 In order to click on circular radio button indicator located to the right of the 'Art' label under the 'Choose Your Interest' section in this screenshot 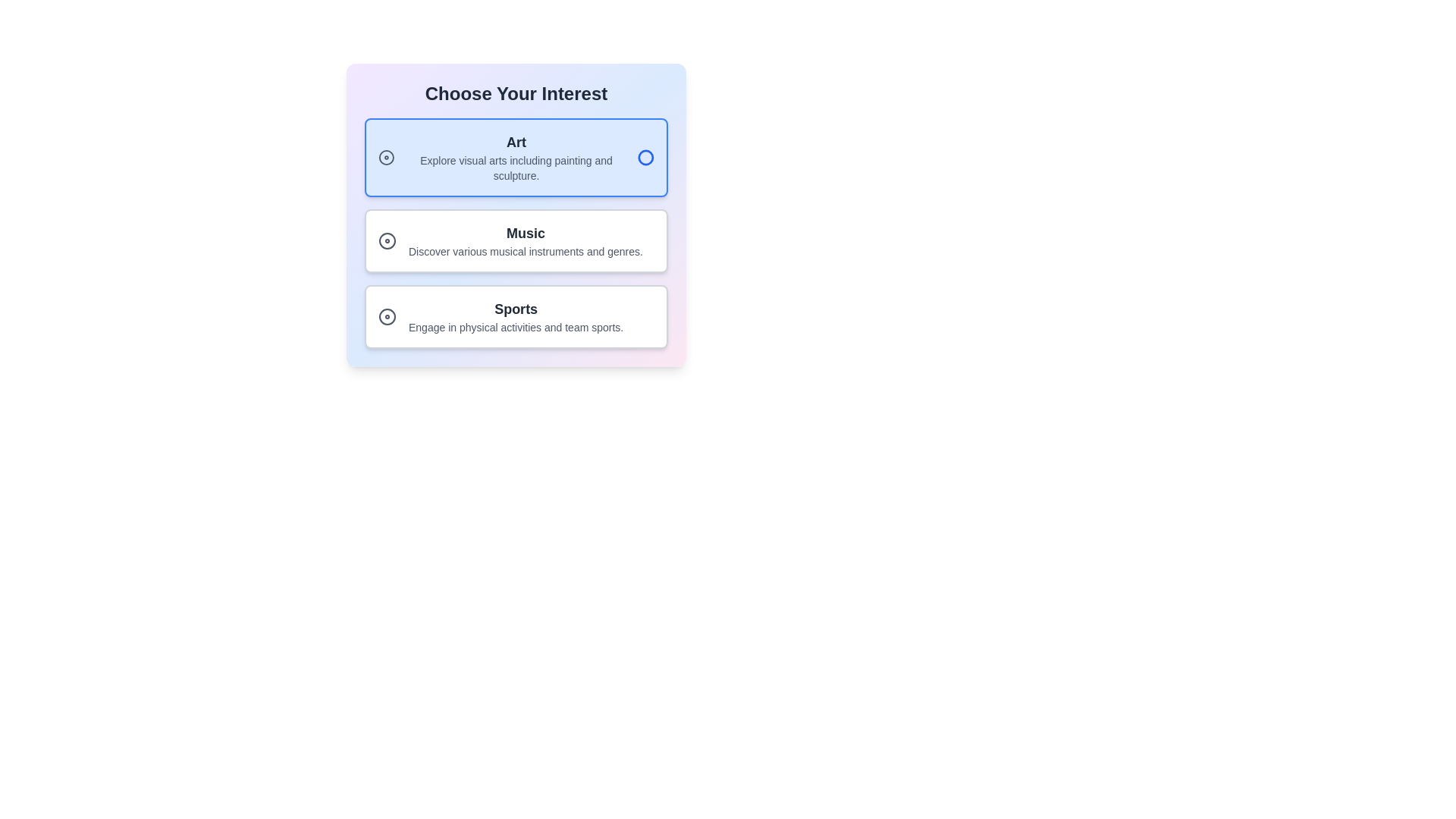, I will do `click(646, 158)`.